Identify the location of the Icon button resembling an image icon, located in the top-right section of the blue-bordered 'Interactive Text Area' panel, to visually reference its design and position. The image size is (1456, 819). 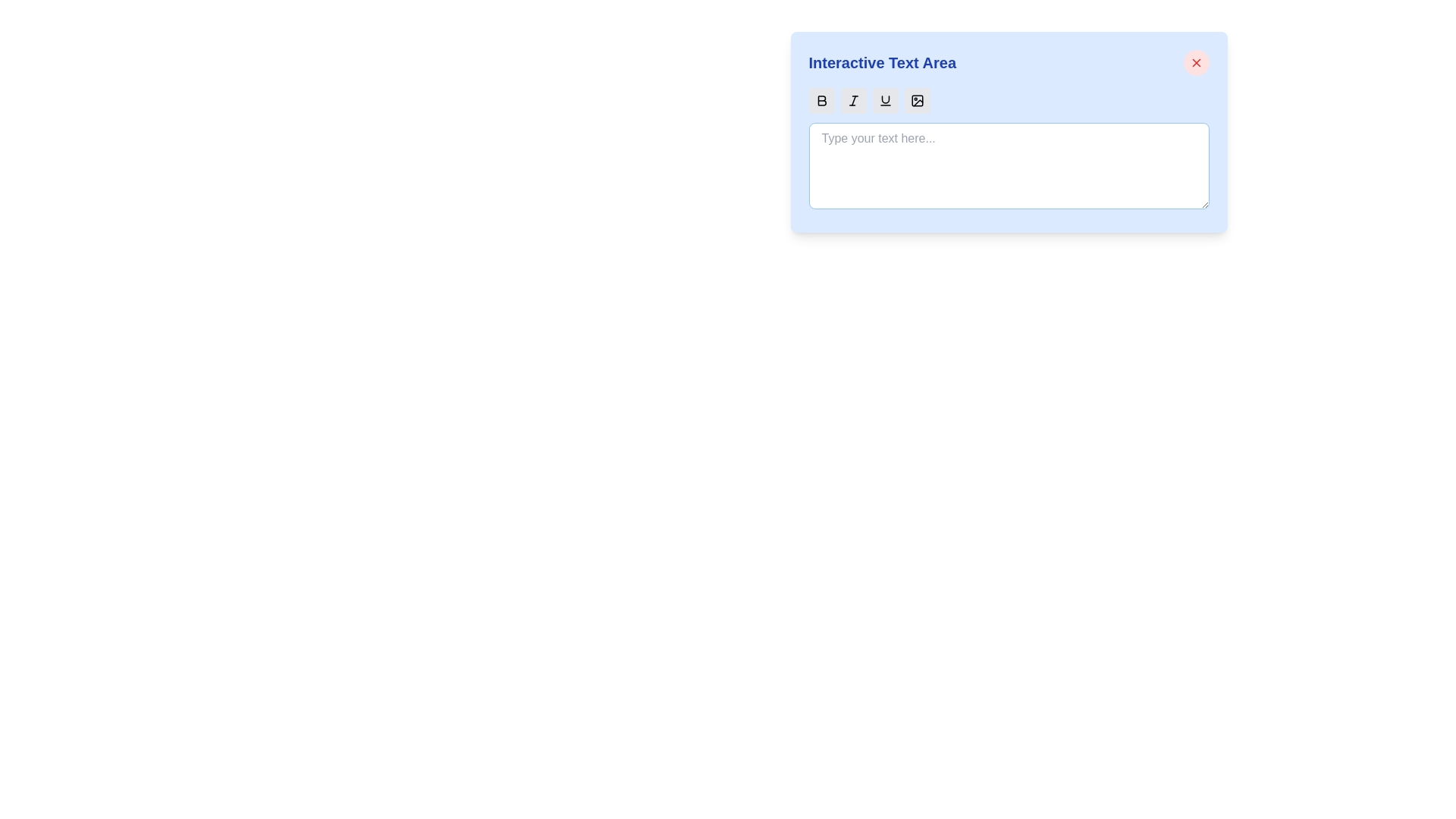
(916, 100).